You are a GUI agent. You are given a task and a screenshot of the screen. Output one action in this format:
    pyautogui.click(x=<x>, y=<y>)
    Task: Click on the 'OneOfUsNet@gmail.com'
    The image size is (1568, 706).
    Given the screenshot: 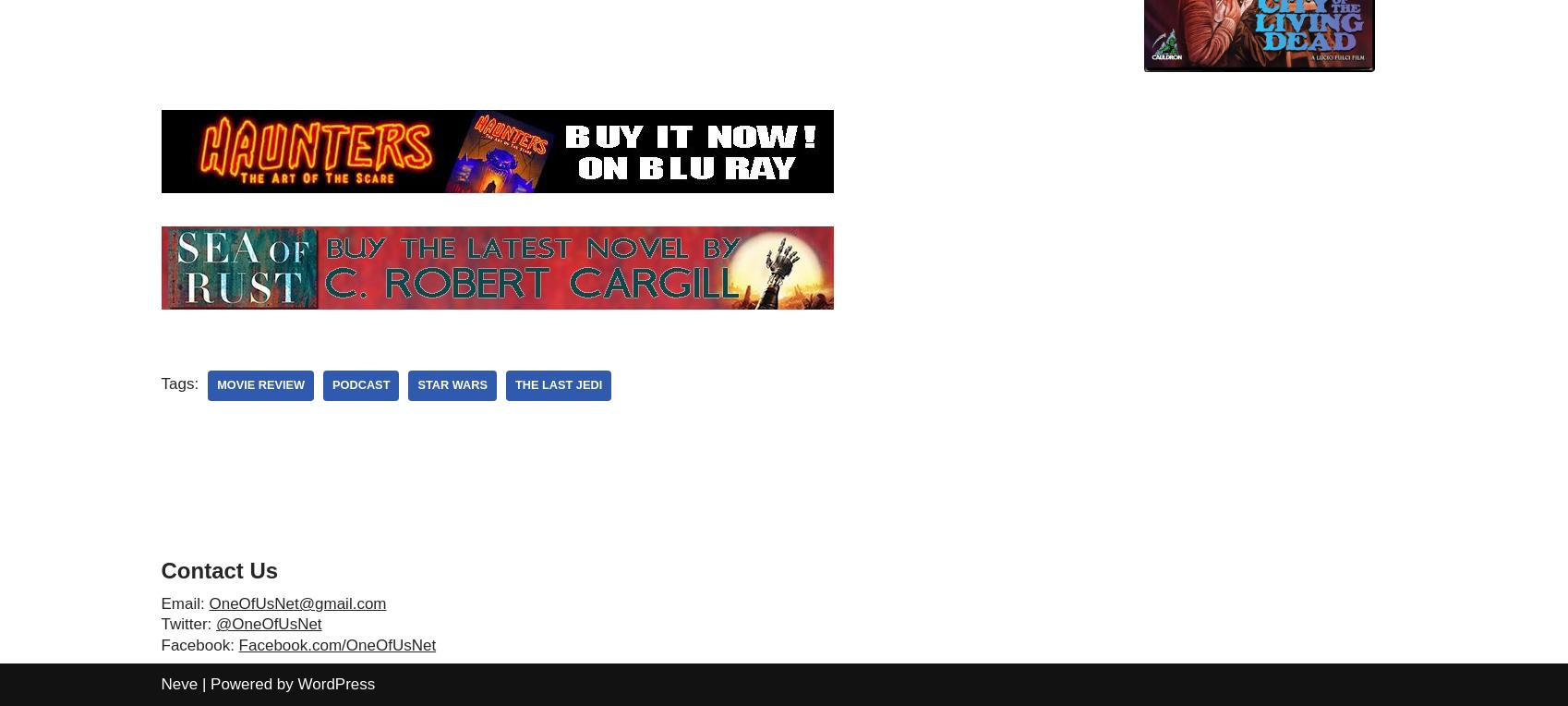 What is the action you would take?
    pyautogui.click(x=209, y=603)
    